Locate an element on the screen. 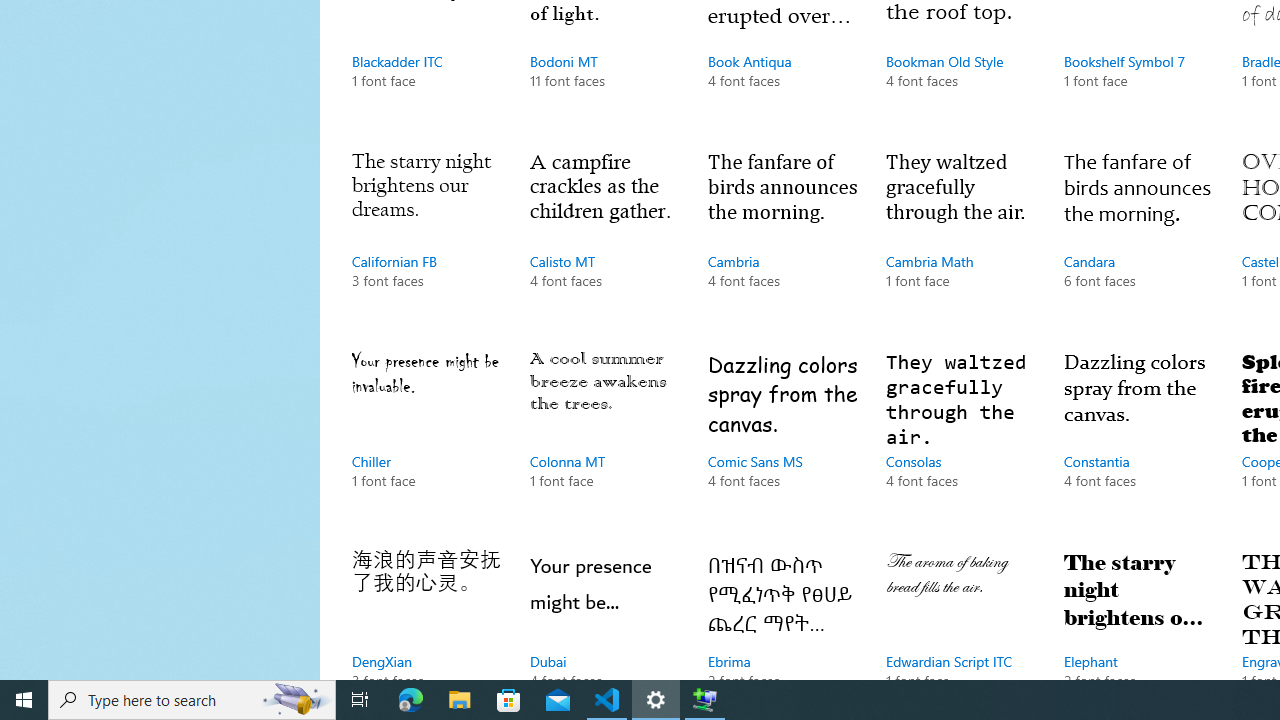 The width and height of the screenshot is (1280, 720). 'Calisto MT, 4 font faces' is located at coordinates (603, 238).